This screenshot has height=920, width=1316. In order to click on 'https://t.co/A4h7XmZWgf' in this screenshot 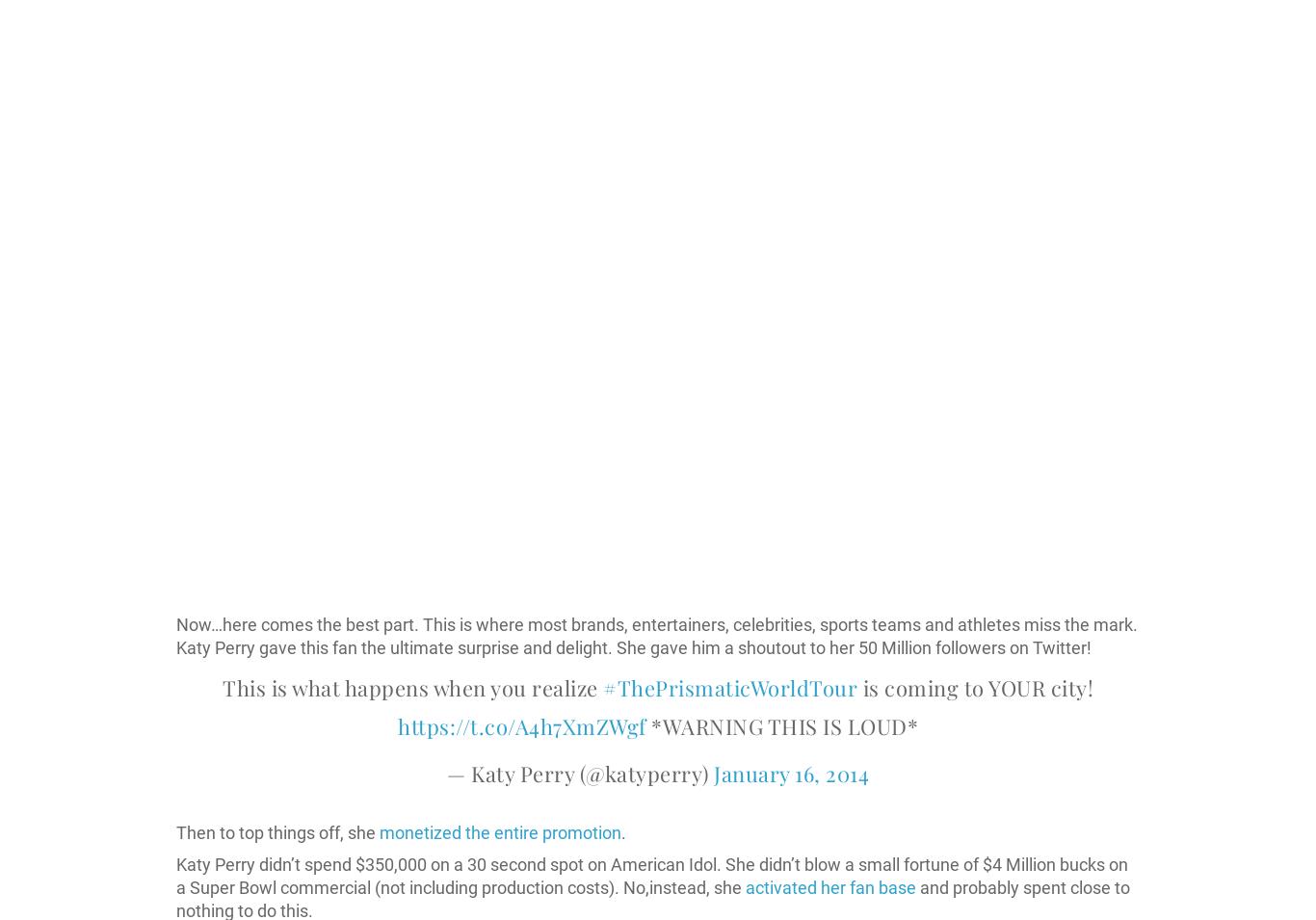, I will do `click(521, 724)`.